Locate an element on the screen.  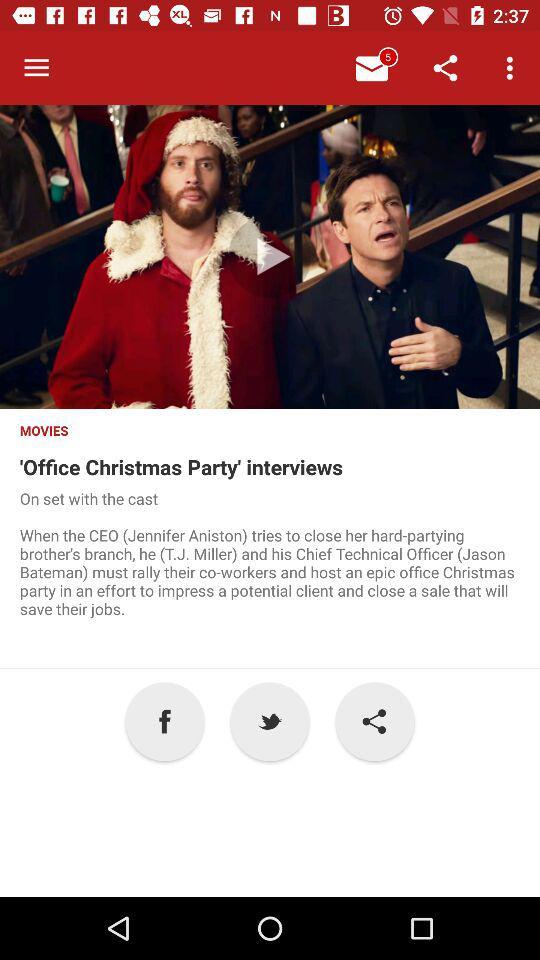
the a at the bottom left corner is located at coordinates (164, 720).